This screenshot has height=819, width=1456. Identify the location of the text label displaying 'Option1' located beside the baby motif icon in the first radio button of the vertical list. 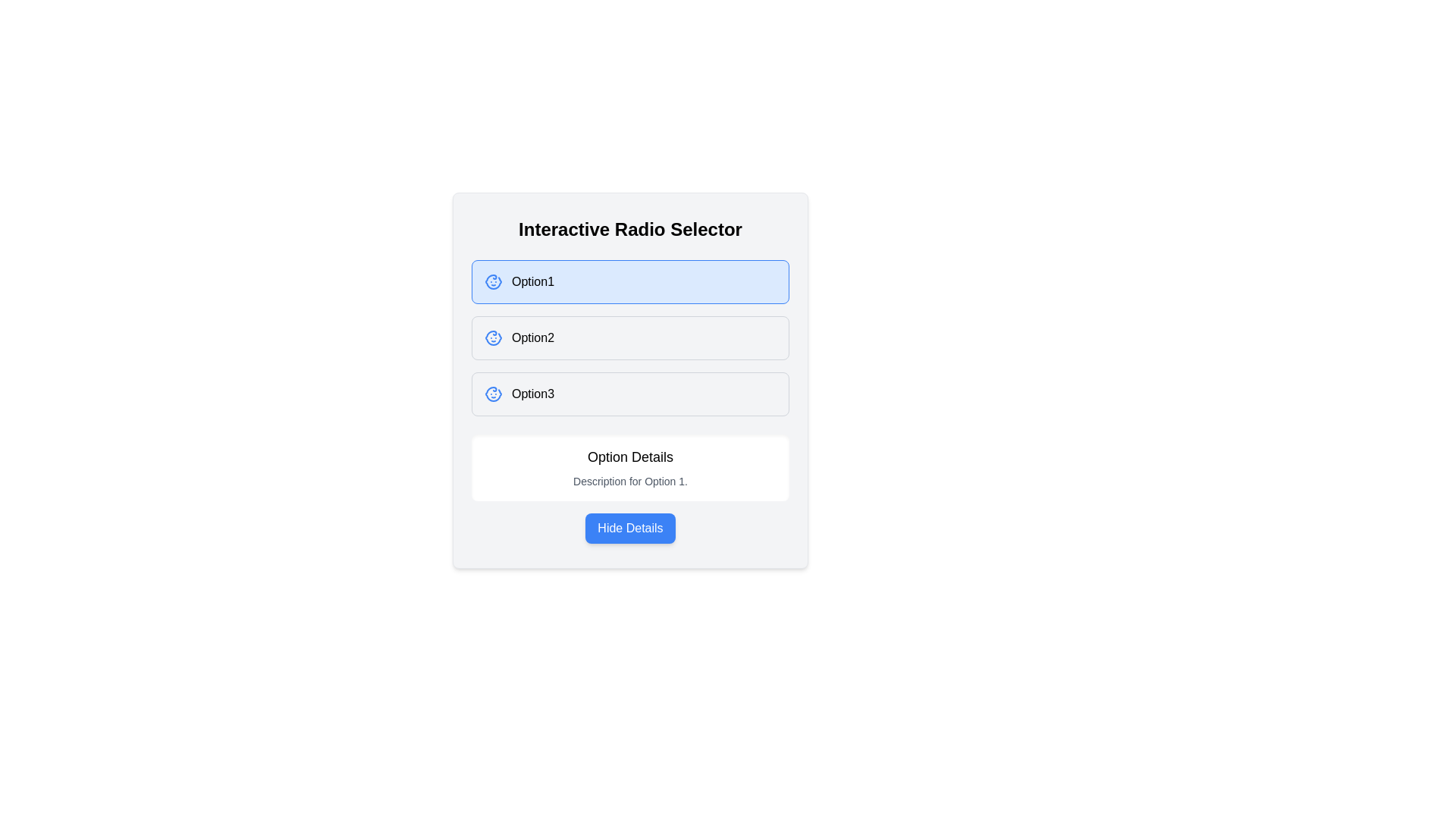
(533, 281).